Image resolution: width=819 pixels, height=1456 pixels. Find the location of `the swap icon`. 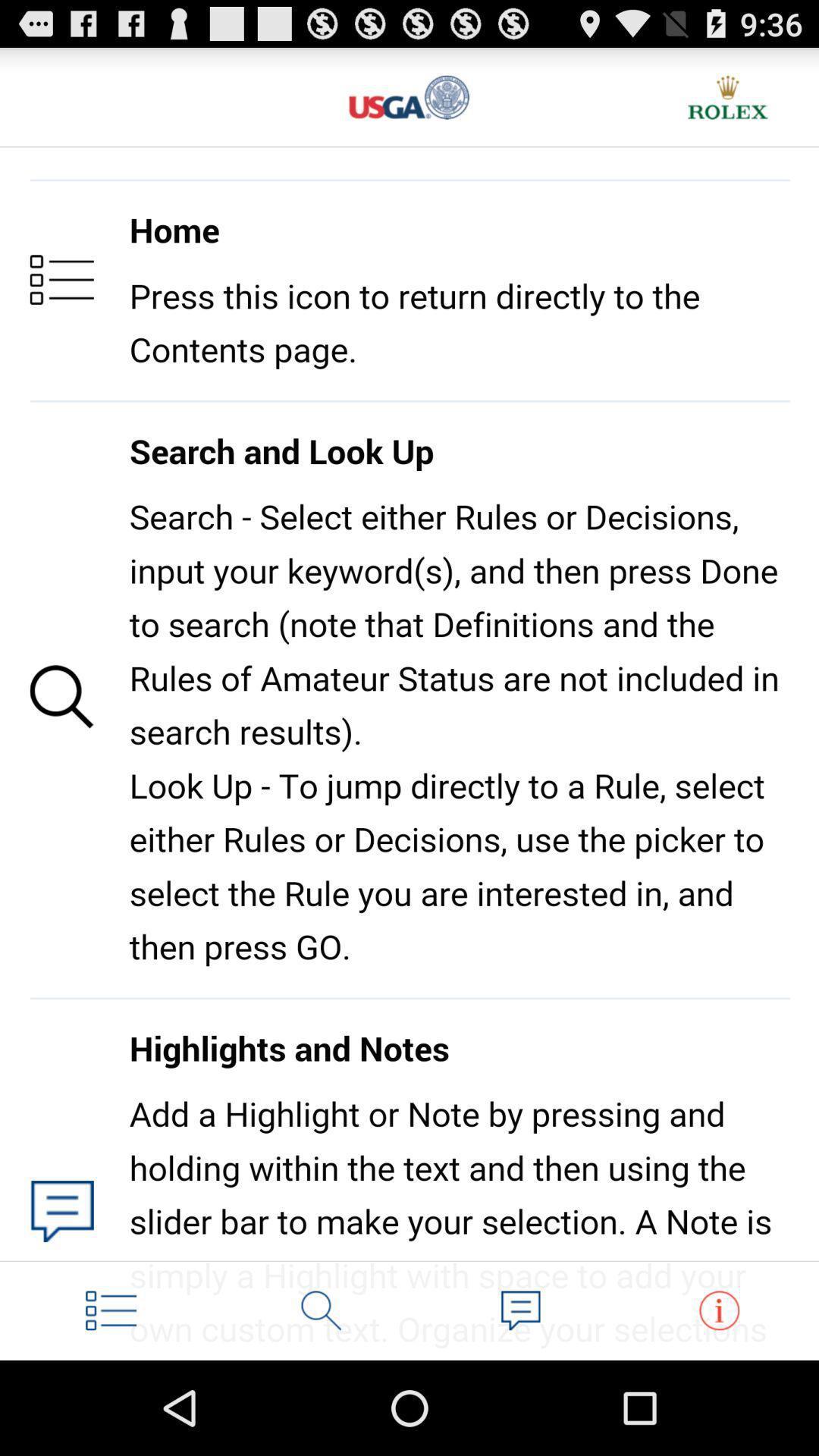

the swap icon is located at coordinates (718, 1401).